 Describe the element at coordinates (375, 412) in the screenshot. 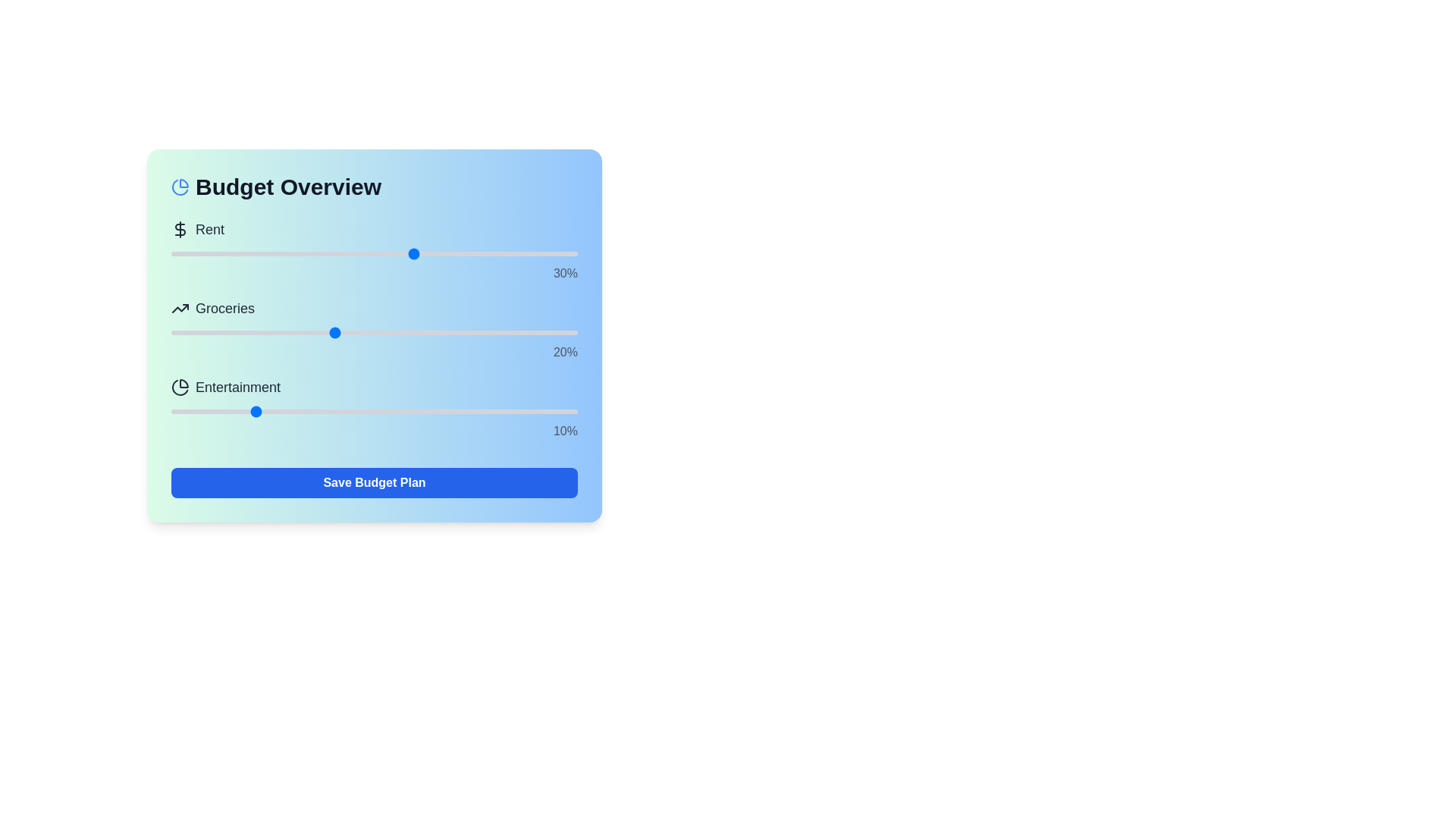

I see `the slider for 'Entertainment' located below the heading 'Budget Overview', which is the third slider in the list and positioned above the text '10%'` at that location.